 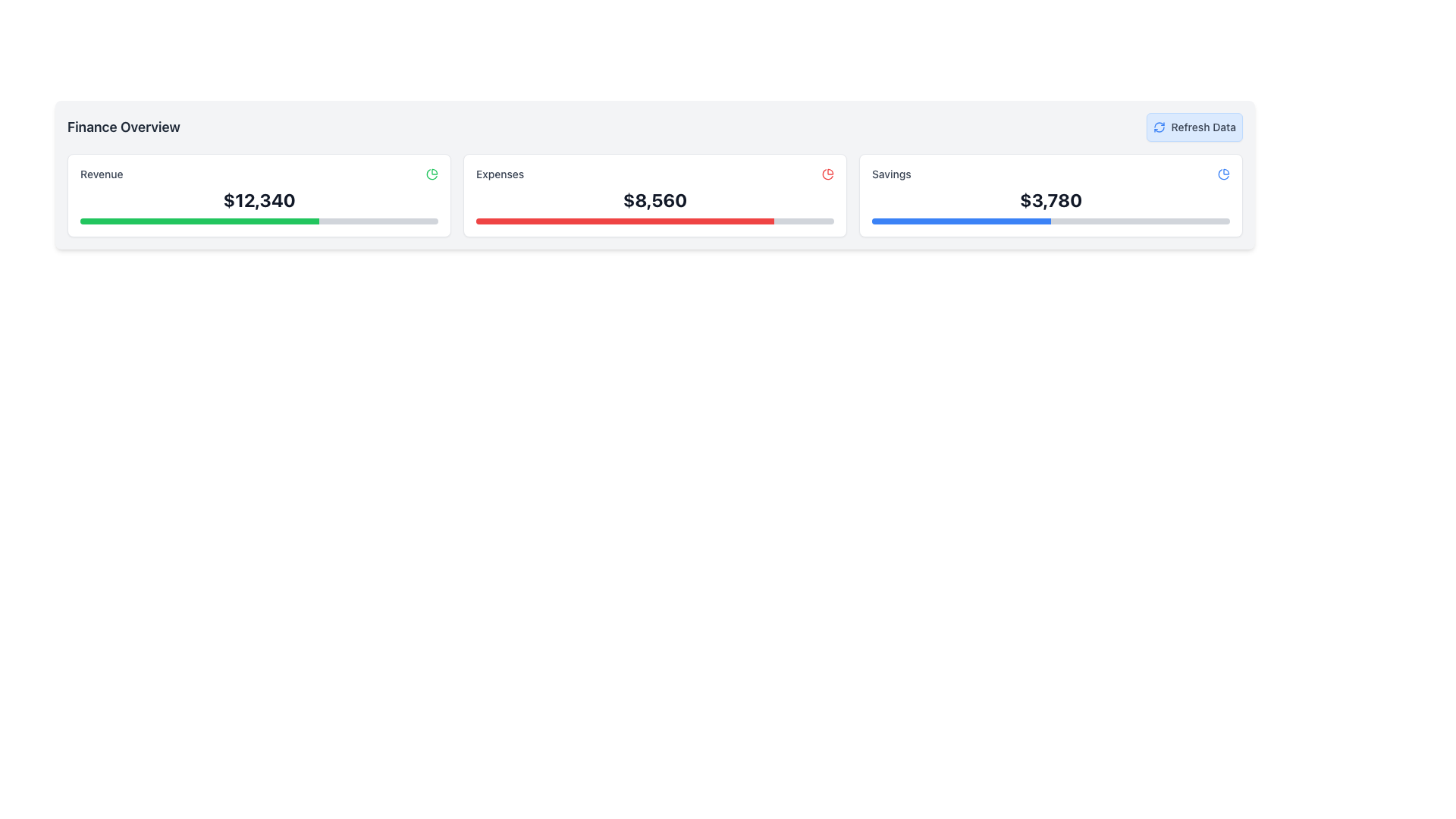 What do you see at coordinates (1194, 127) in the screenshot?
I see `the refresh button located at the top-right corner of the 'Finance Overview' section to refresh the displayed data` at bounding box center [1194, 127].